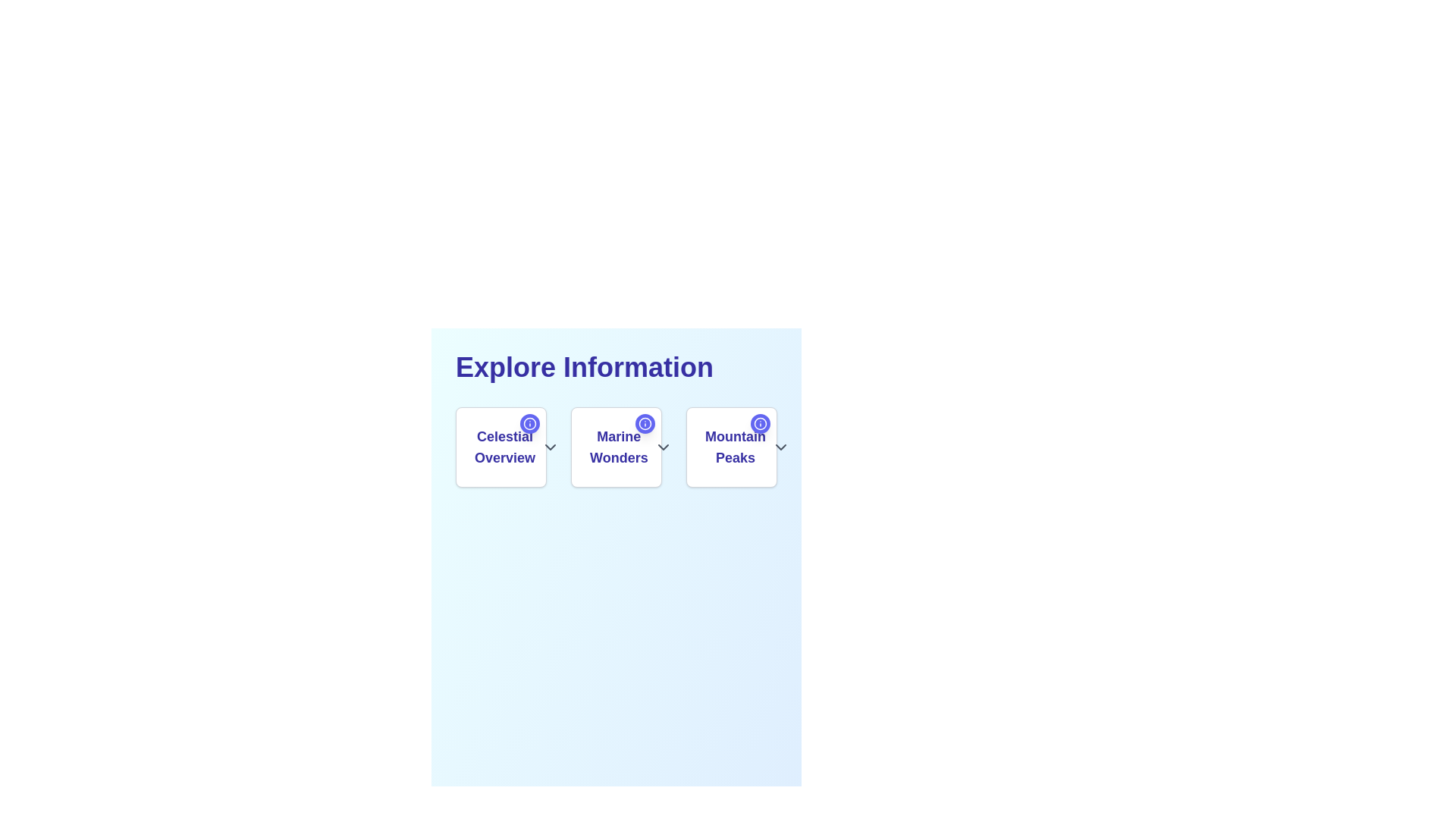  What do you see at coordinates (616, 447) in the screenshot?
I see `the 'Marine Wonders' card element, which is the second card in a horizontal list` at bounding box center [616, 447].